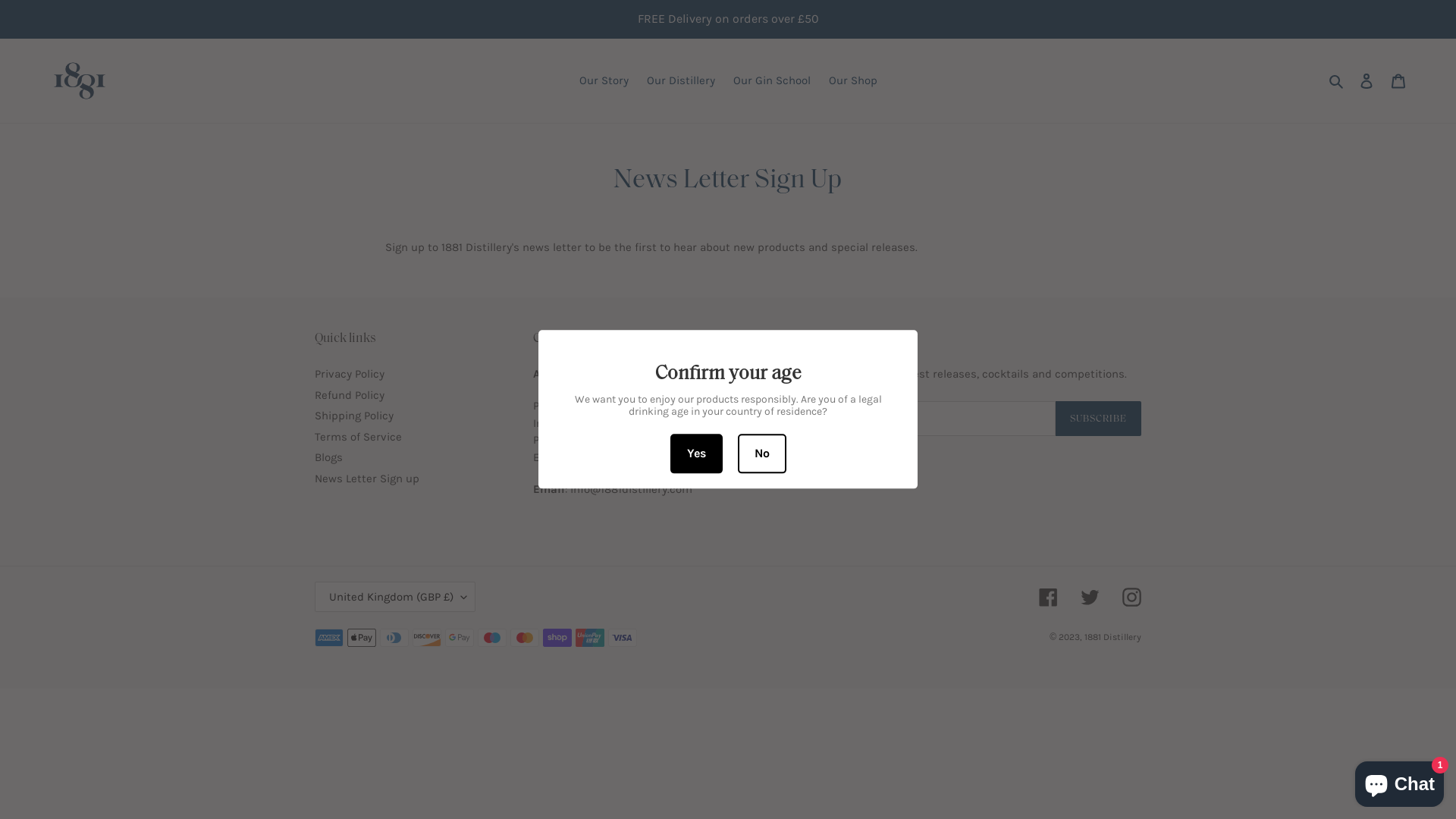 The width and height of the screenshot is (1456, 819). What do you see at coordinates (695, 453) in the screenshot?
I see `'Yes'` at bounding box center [695, 453].